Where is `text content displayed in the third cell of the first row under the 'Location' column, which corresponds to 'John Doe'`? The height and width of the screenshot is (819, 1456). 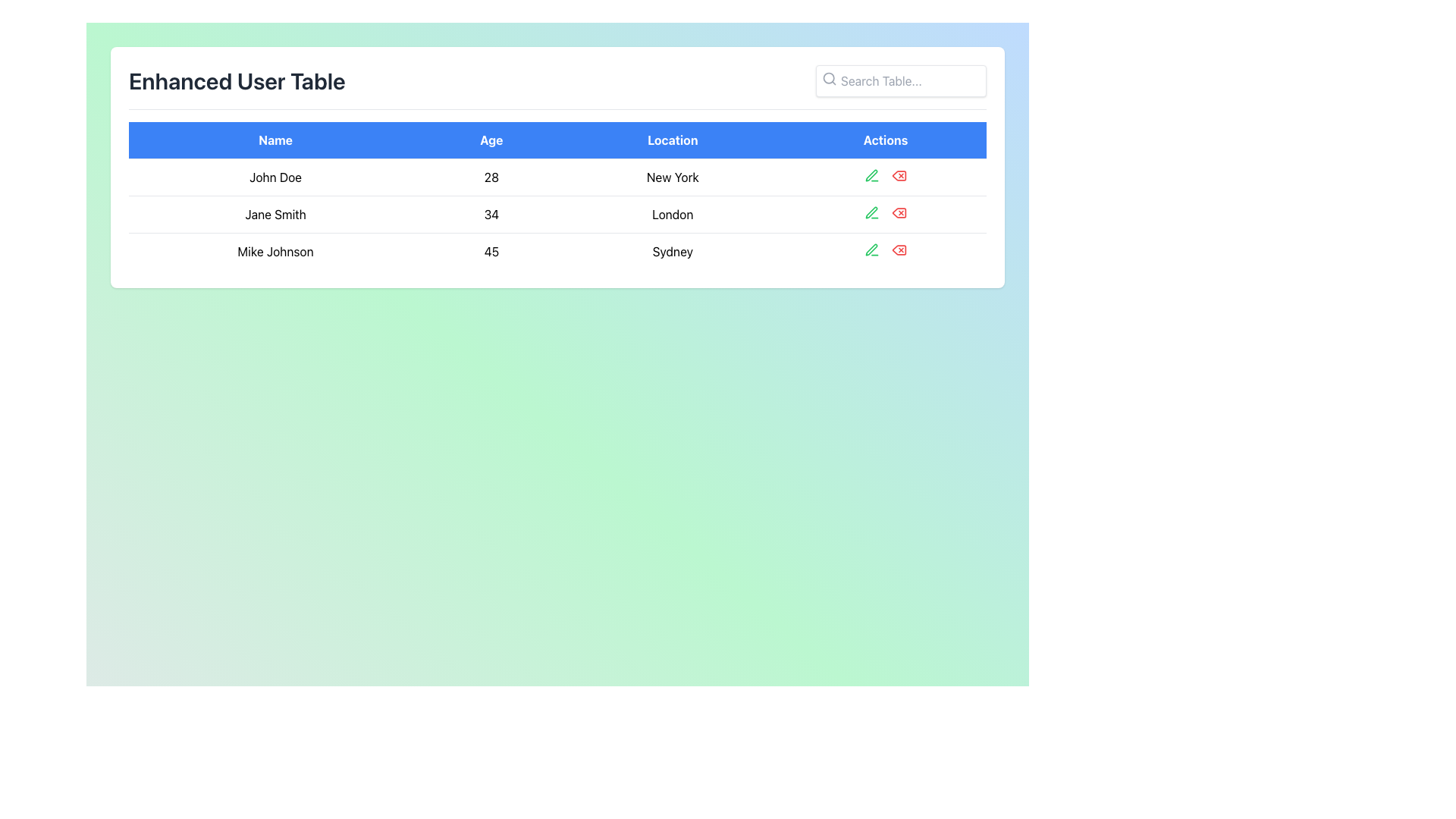 text content displayed in the third cell of the first row under the 'Location' column, which corresponds to 'John Doe' is located at coordinates (672, 177).